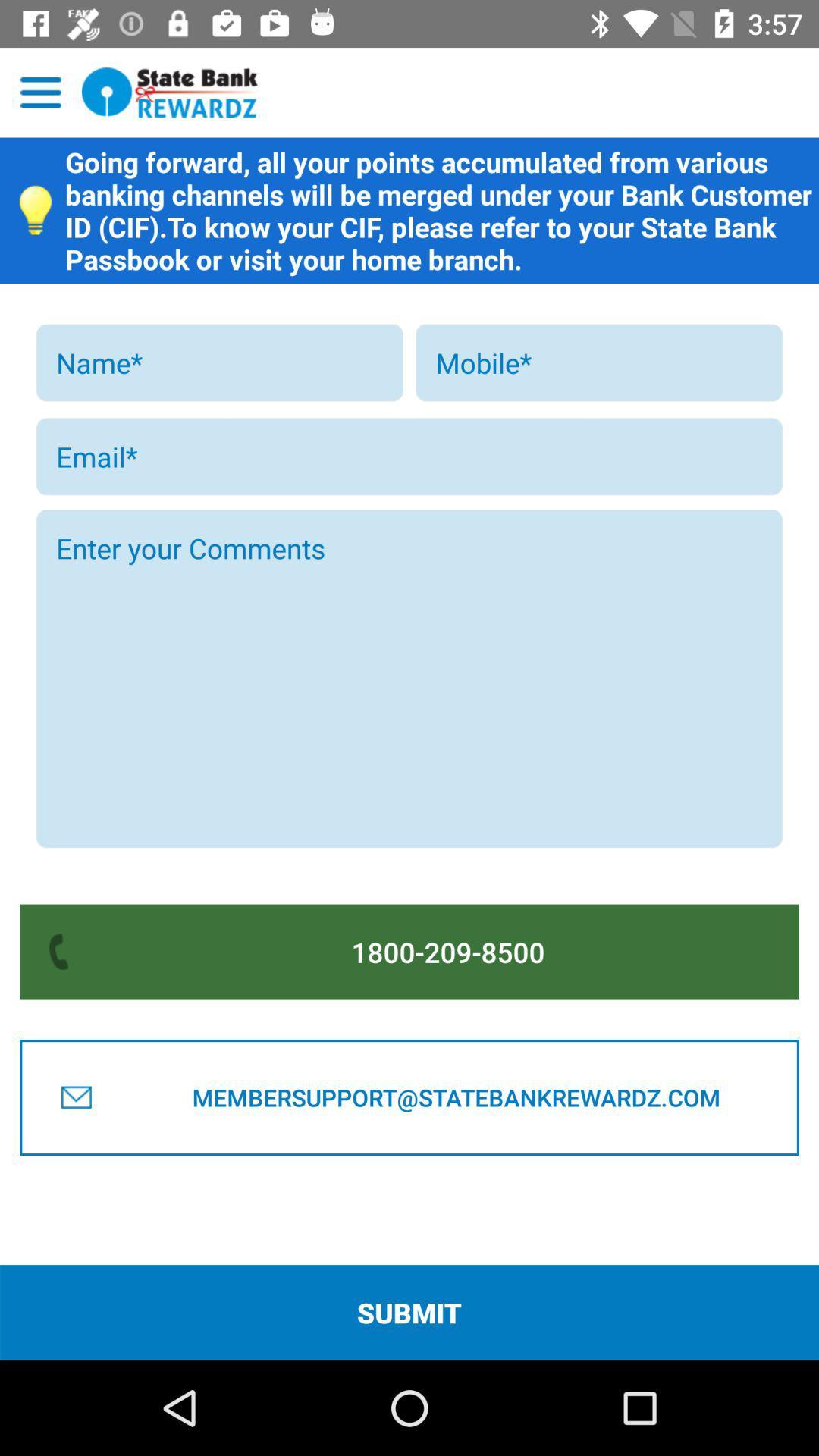  I want to click on insert, so click(598, 362).